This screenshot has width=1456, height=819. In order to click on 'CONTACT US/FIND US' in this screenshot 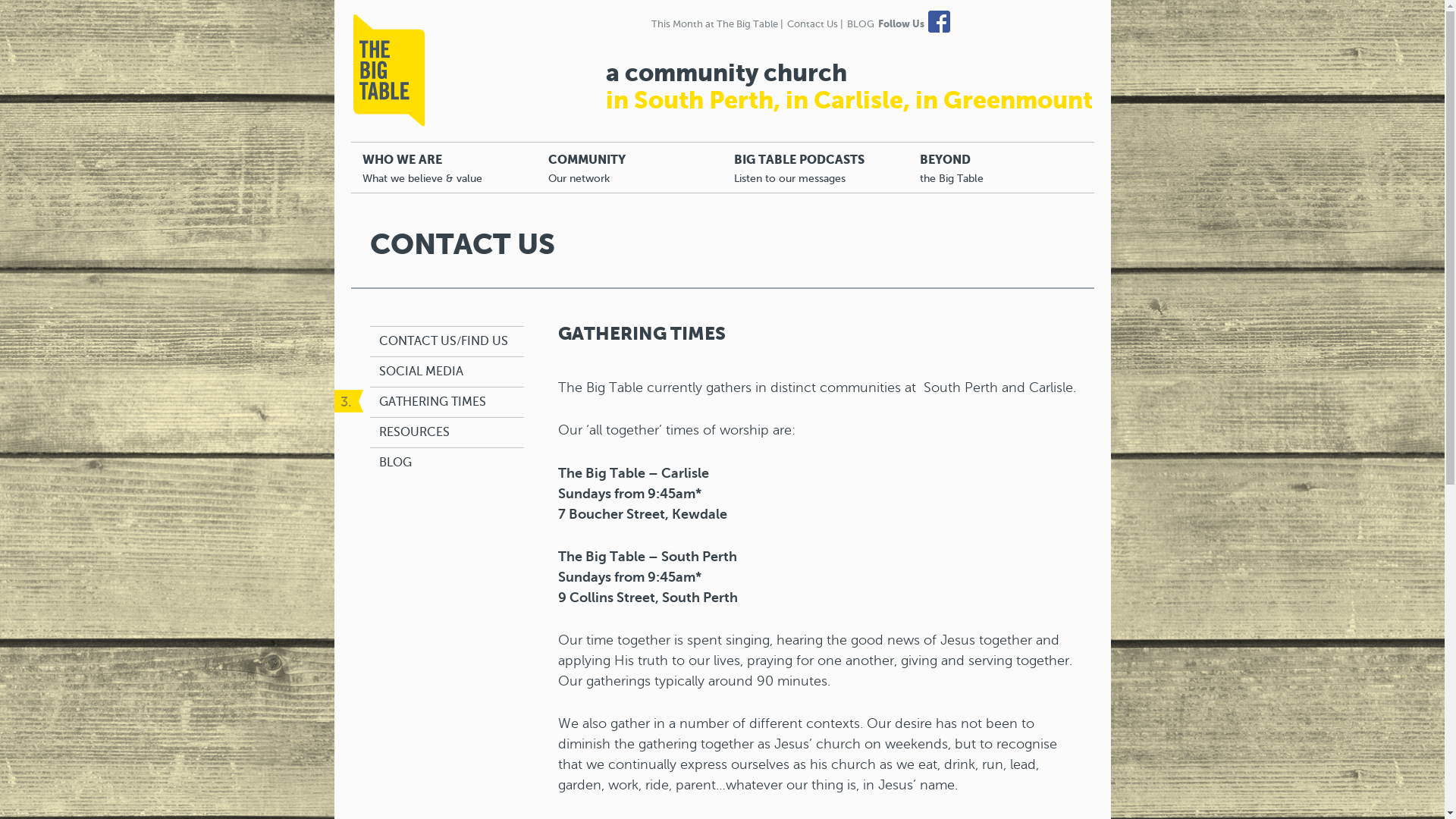, I will do `click(443, 341)`.